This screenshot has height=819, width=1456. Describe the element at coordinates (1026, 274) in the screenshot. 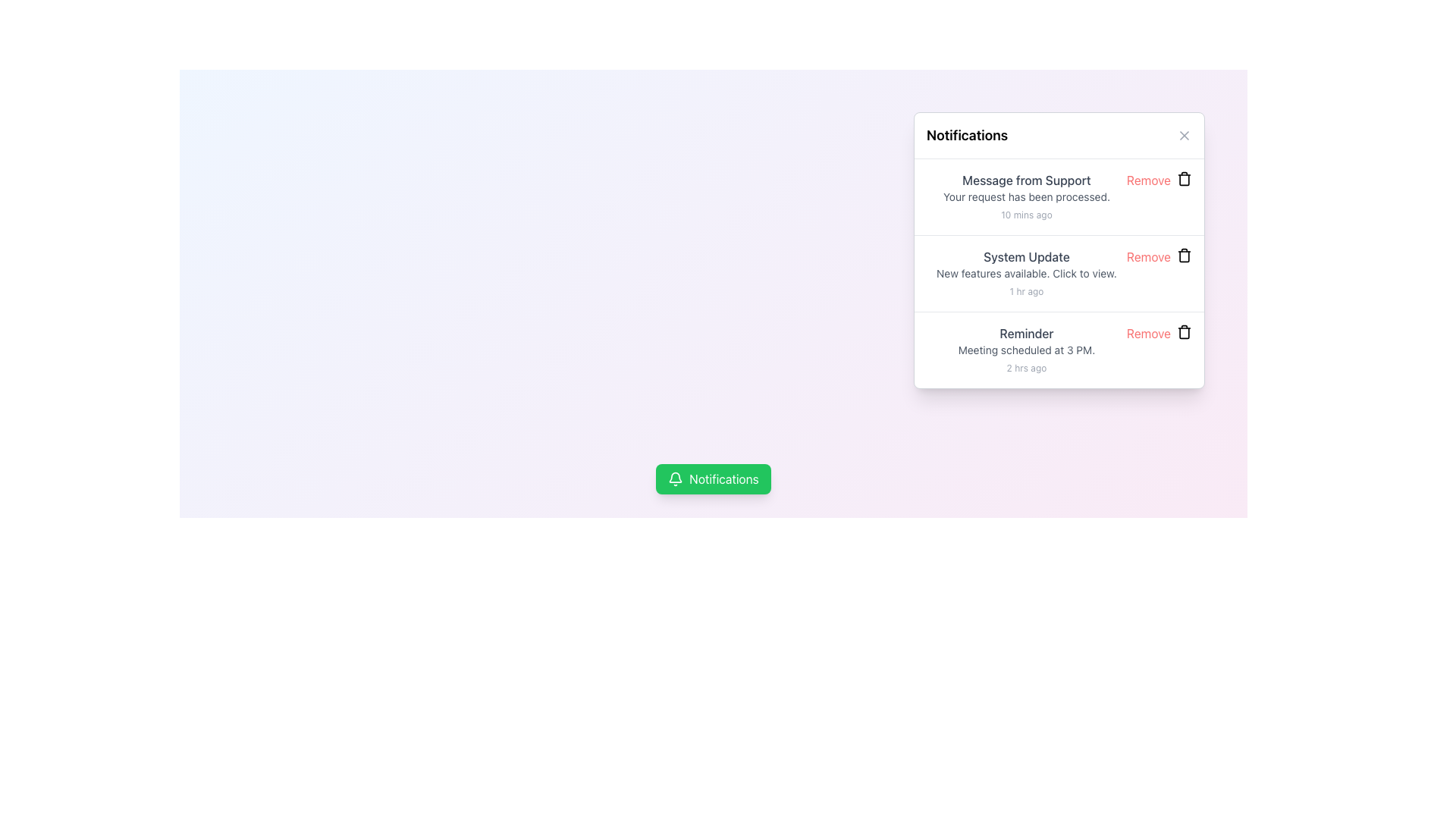

I see `the informational text block that conveys a message about a system update, positioned below 'Message from Support' and above 'Reminder' in the notification panel` at that location.